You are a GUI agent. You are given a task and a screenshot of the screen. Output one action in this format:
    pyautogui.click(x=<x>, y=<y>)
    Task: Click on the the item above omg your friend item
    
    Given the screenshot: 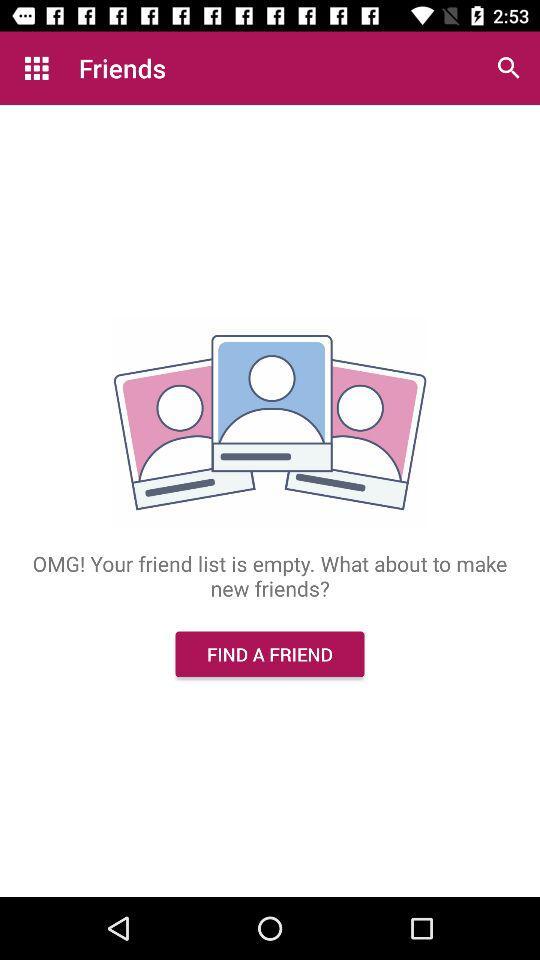 What is the action you would take?
    pyautogui.click(x=36, y=68)
    